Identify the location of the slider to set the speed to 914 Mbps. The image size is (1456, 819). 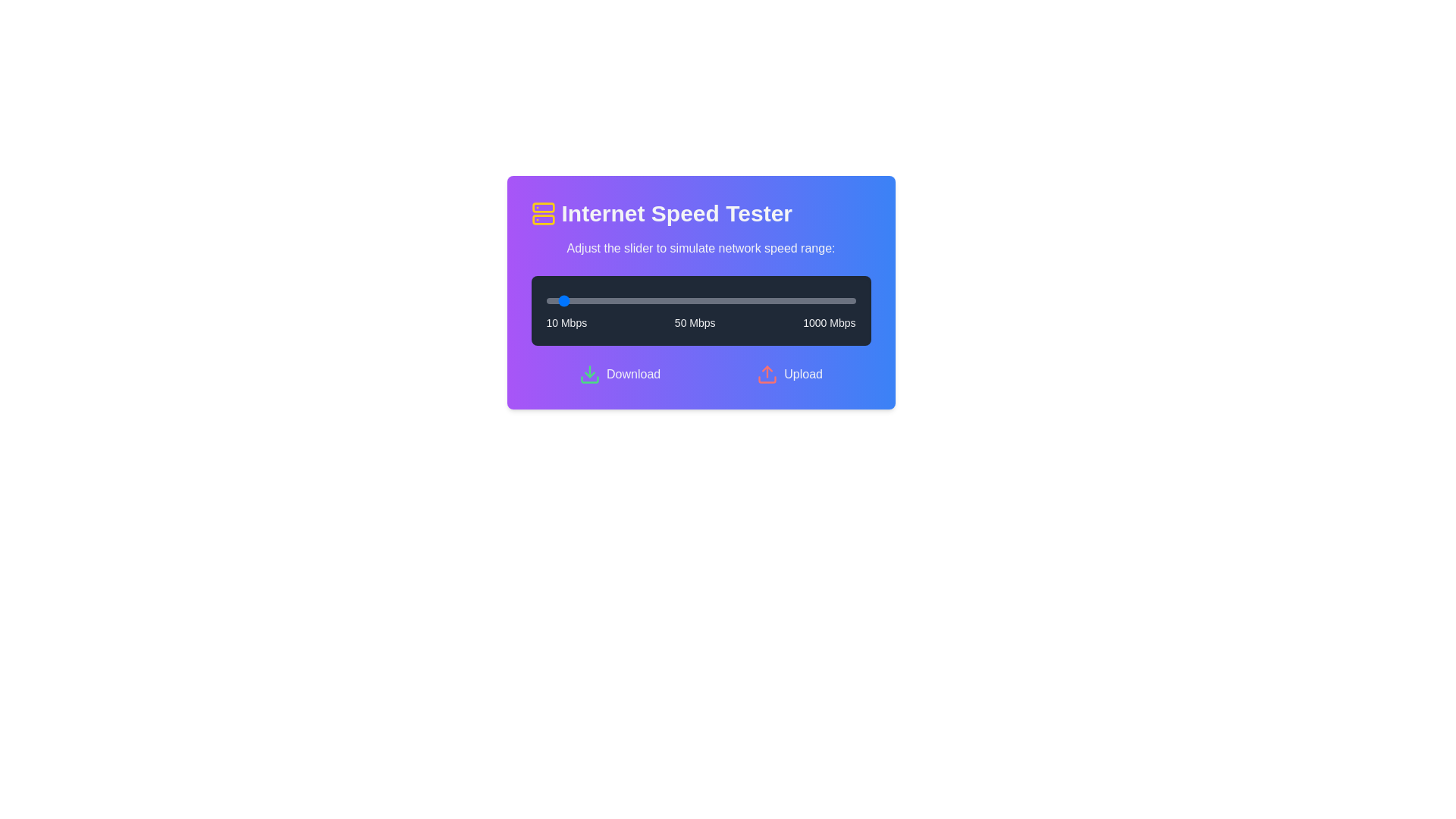
(828, 301).